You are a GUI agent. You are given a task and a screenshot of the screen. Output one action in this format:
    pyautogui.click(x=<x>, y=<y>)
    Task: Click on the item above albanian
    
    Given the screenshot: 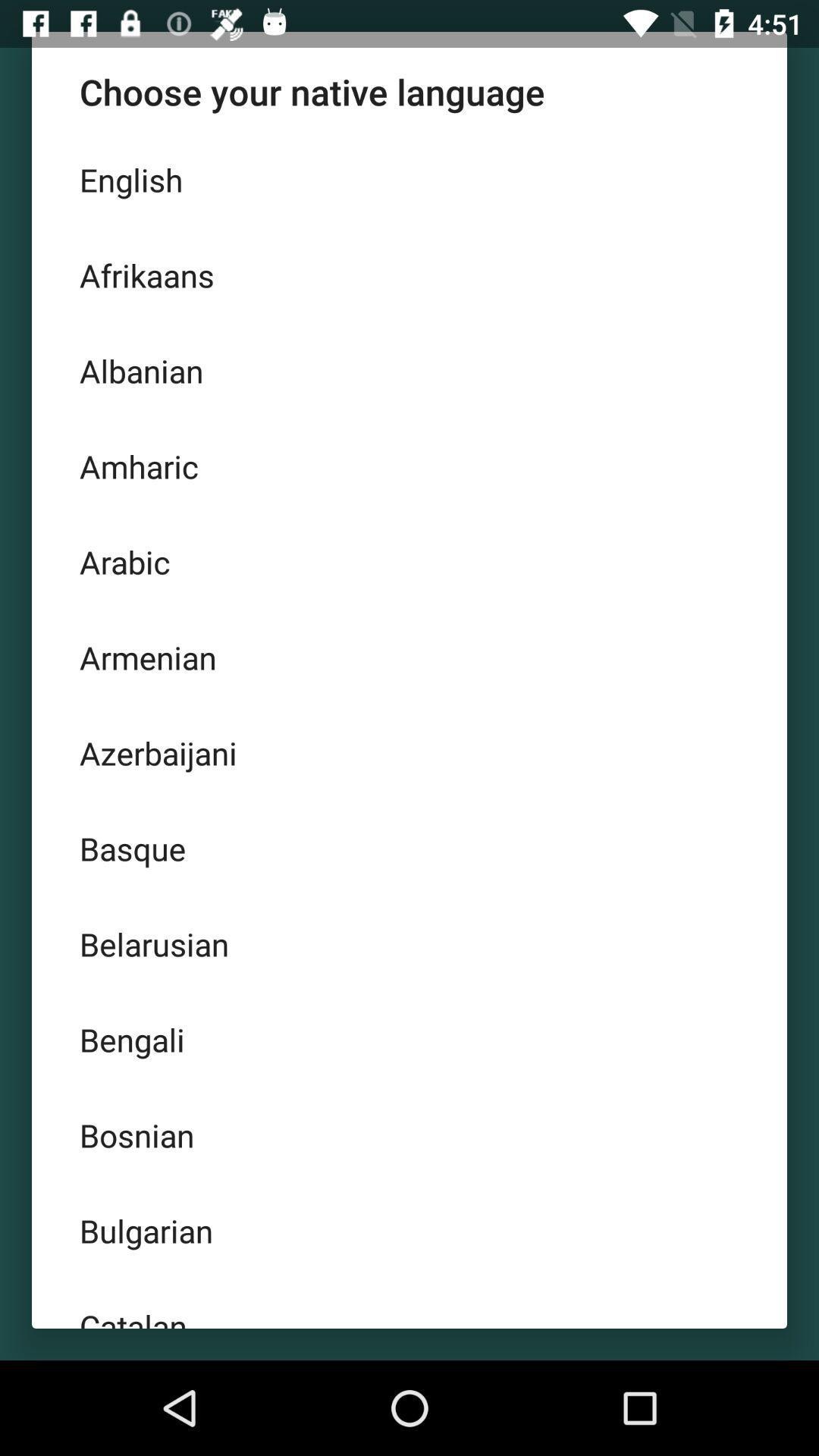 What is the action you would take?
    pyautogui.click(x=409, y=275)
    